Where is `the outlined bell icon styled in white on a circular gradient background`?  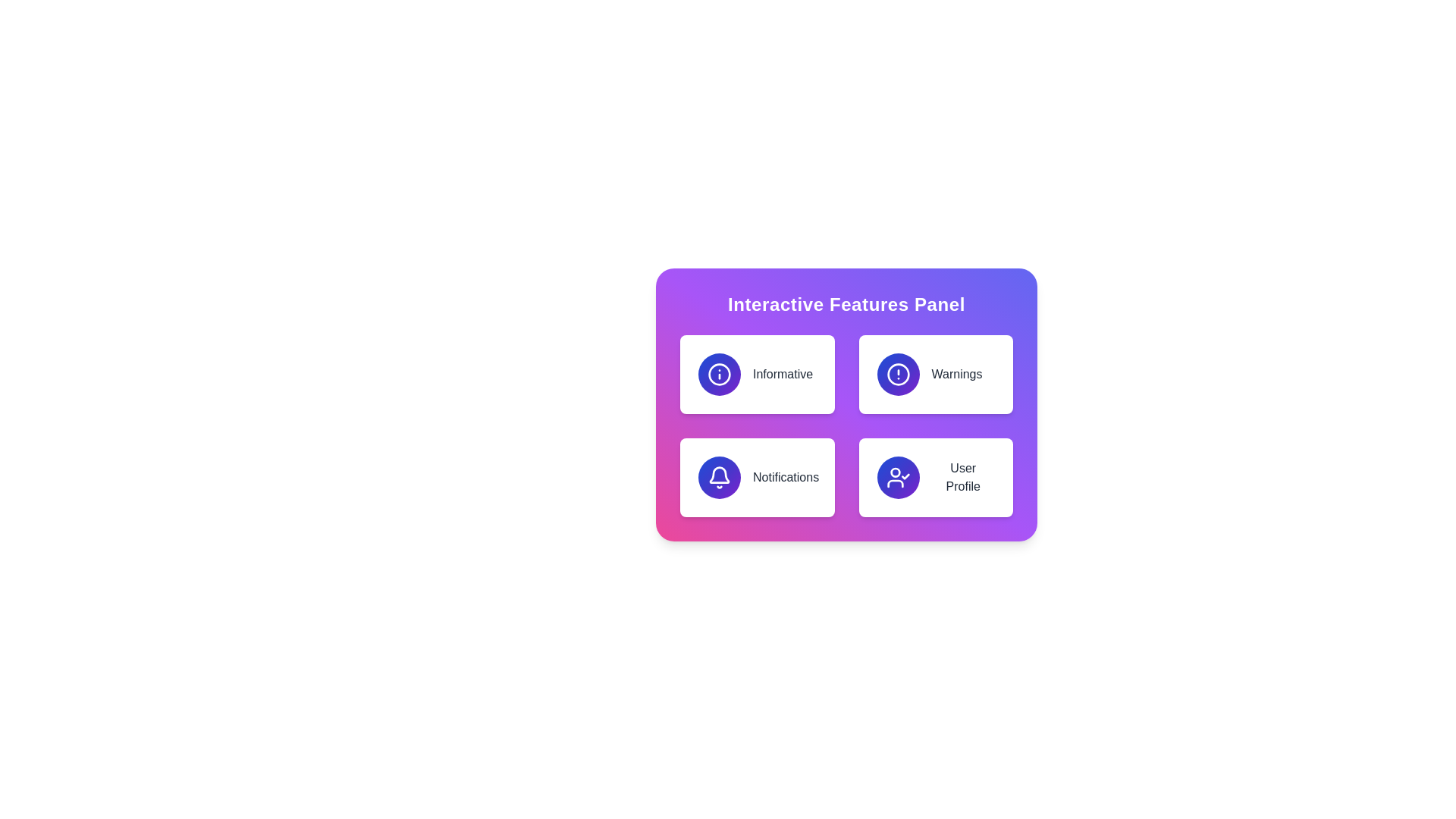
the outlined bell icon styled in white on a circular gradient background is located at coordinates (719, 476).